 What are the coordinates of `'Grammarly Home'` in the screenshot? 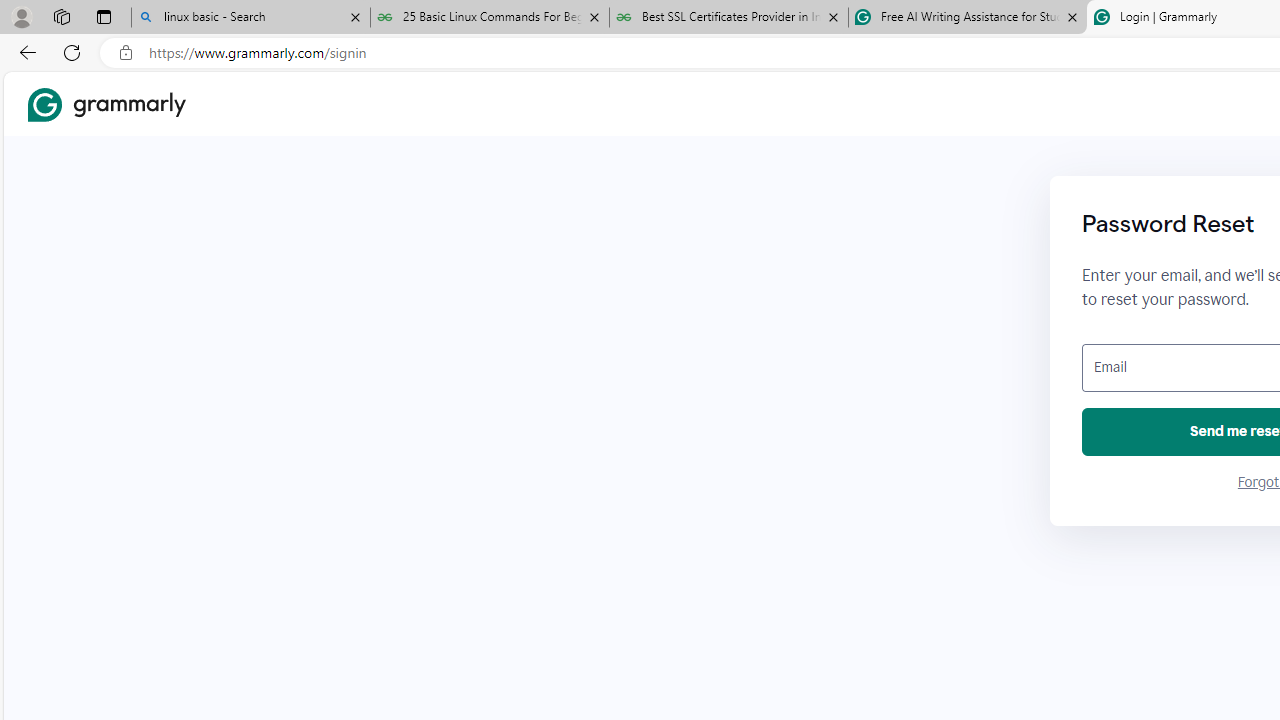 It's located at (105, 104).